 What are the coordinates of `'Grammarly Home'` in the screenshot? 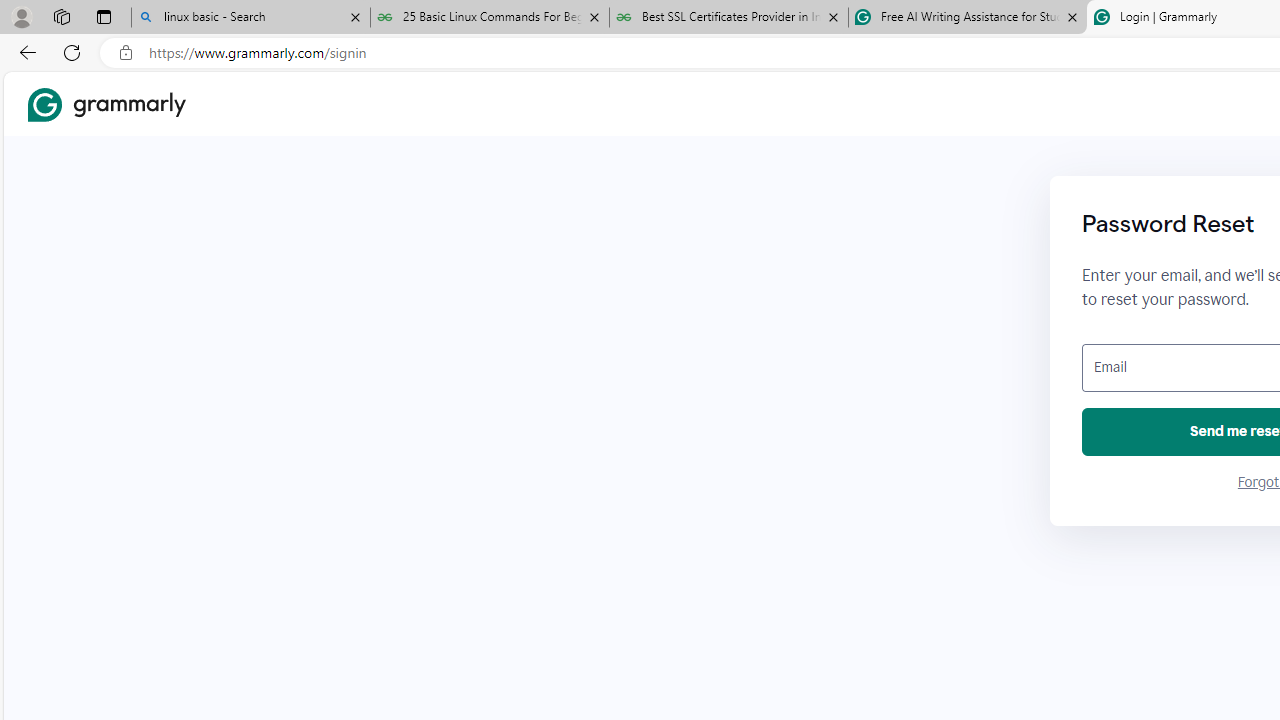 It's located at (105, 104).